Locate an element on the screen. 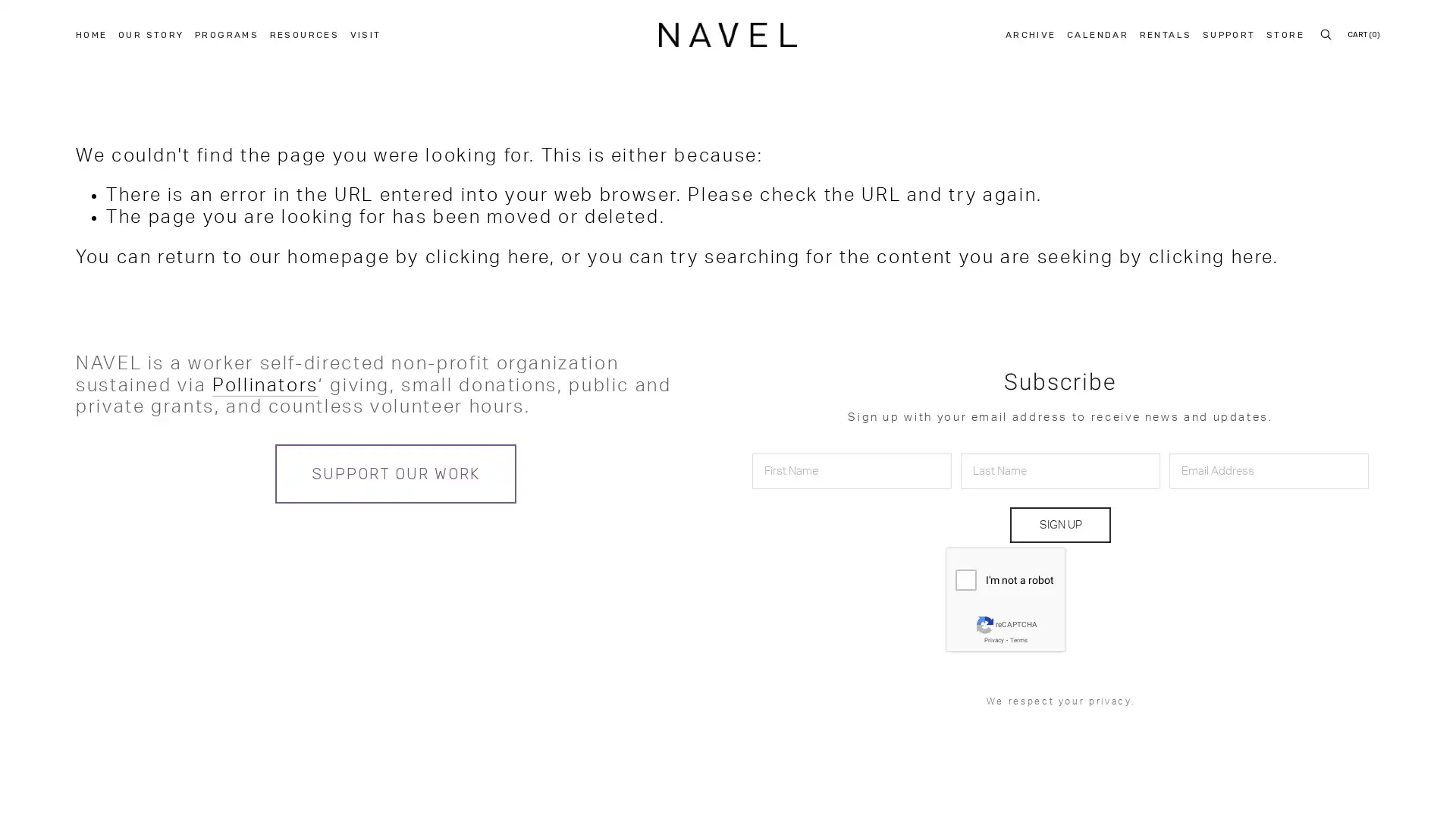  SIGN UP is located at coordinates (1059, 523).